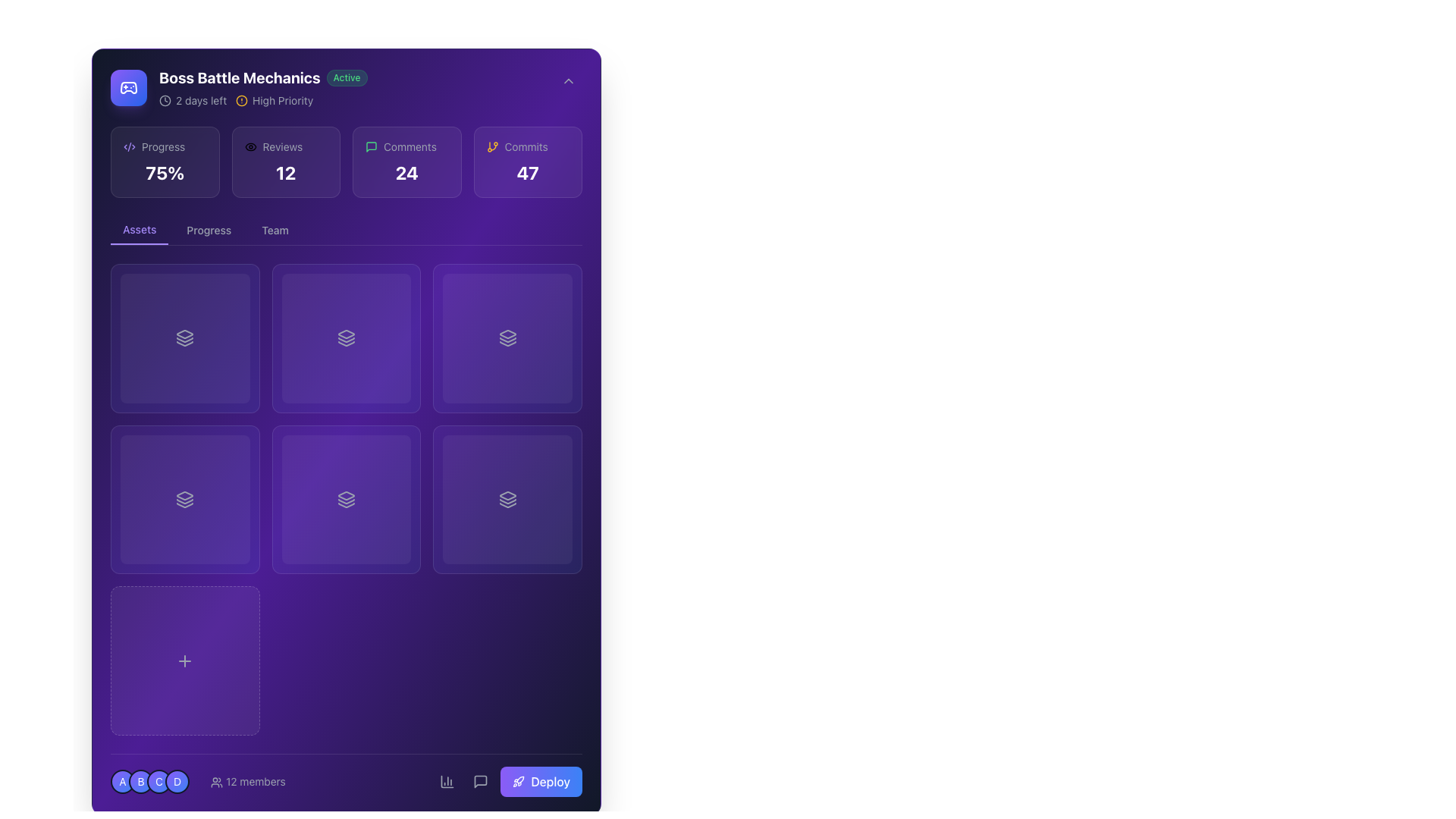  What do you see at coordinates (454, 194) in the screenshot?
I see `the decorative background component with a violet gradient located in the top-right corner of the layout` at bounding box center [454, 194].